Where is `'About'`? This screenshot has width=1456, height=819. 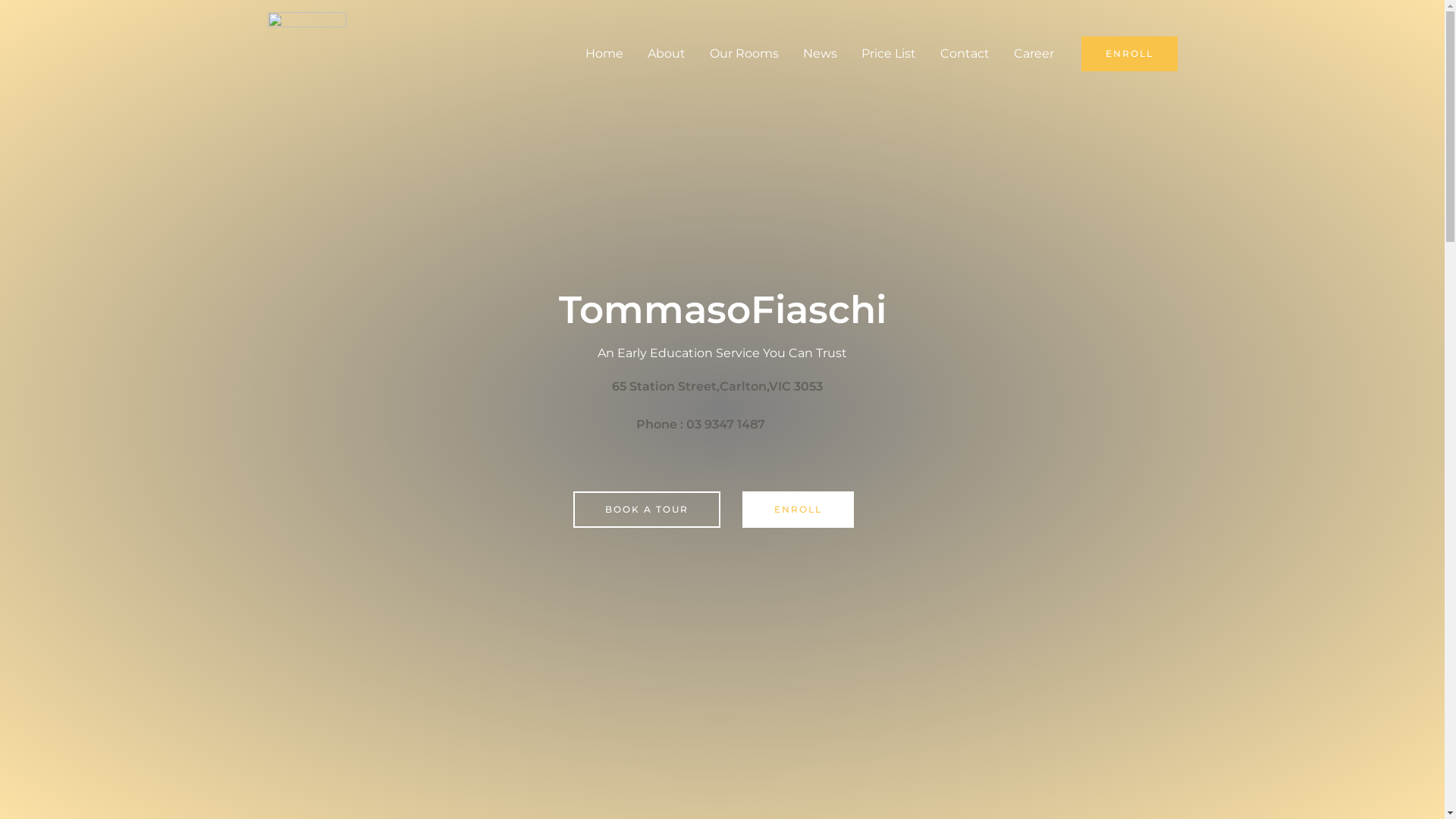 'About' is located at coordinates (635, 52).